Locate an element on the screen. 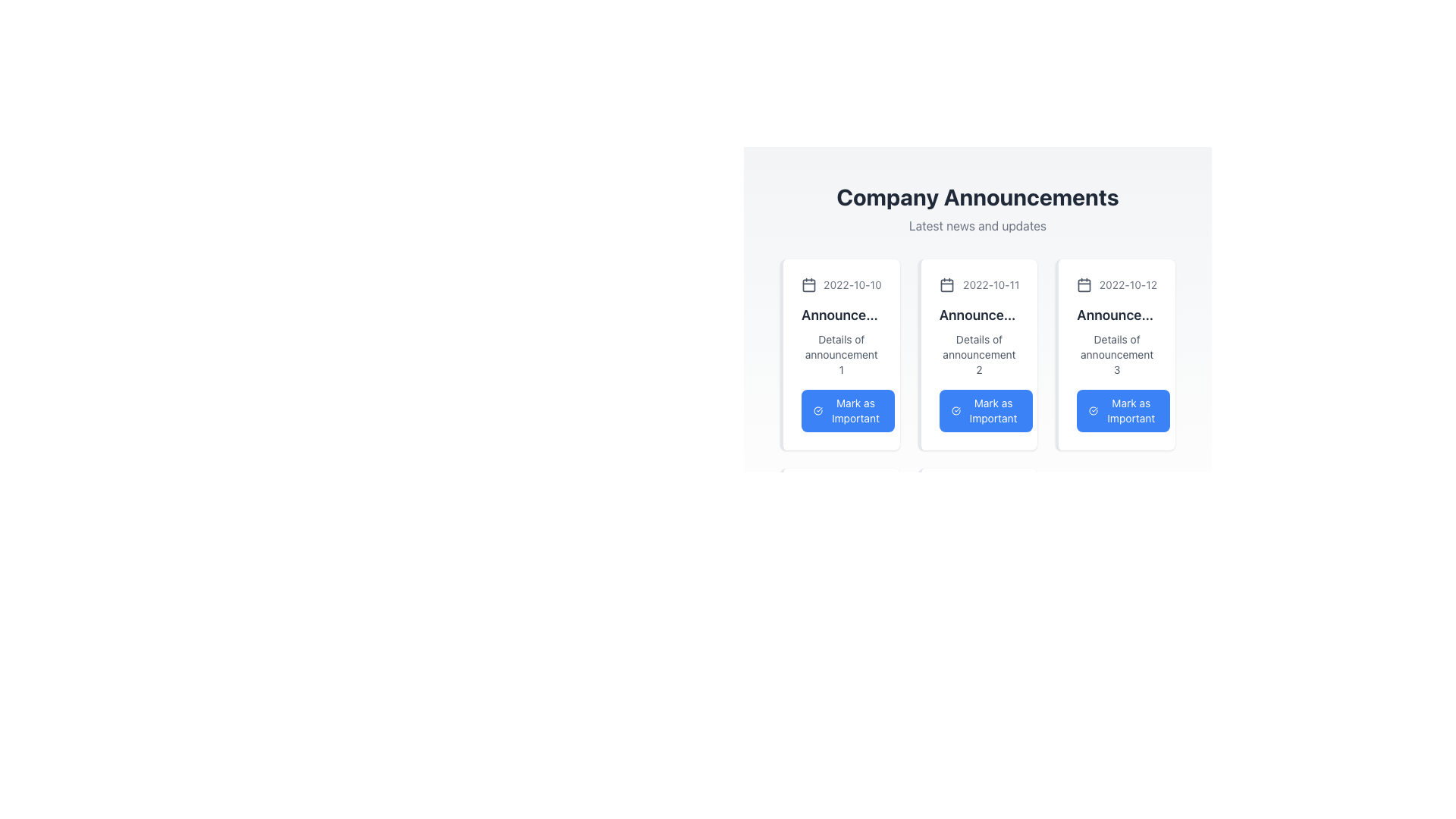 Image resolution: width=1456 pixels, height=819 pixels. the 'Mark as Important' button icon located to the left of the text within the second card of a three-card layout to mark the associated item as important is located at coordinates (955, 411).